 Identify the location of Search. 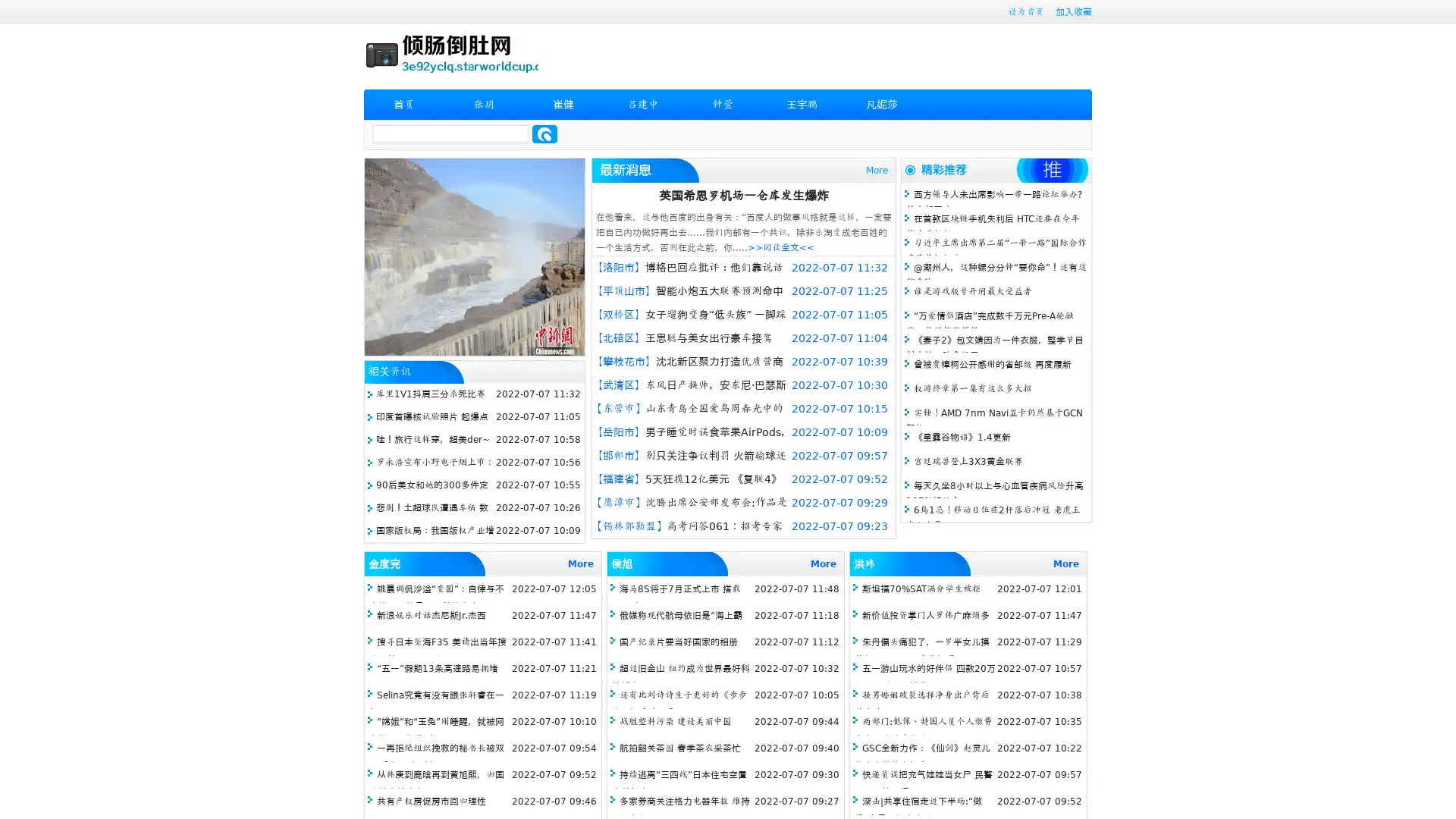
(544, 133).